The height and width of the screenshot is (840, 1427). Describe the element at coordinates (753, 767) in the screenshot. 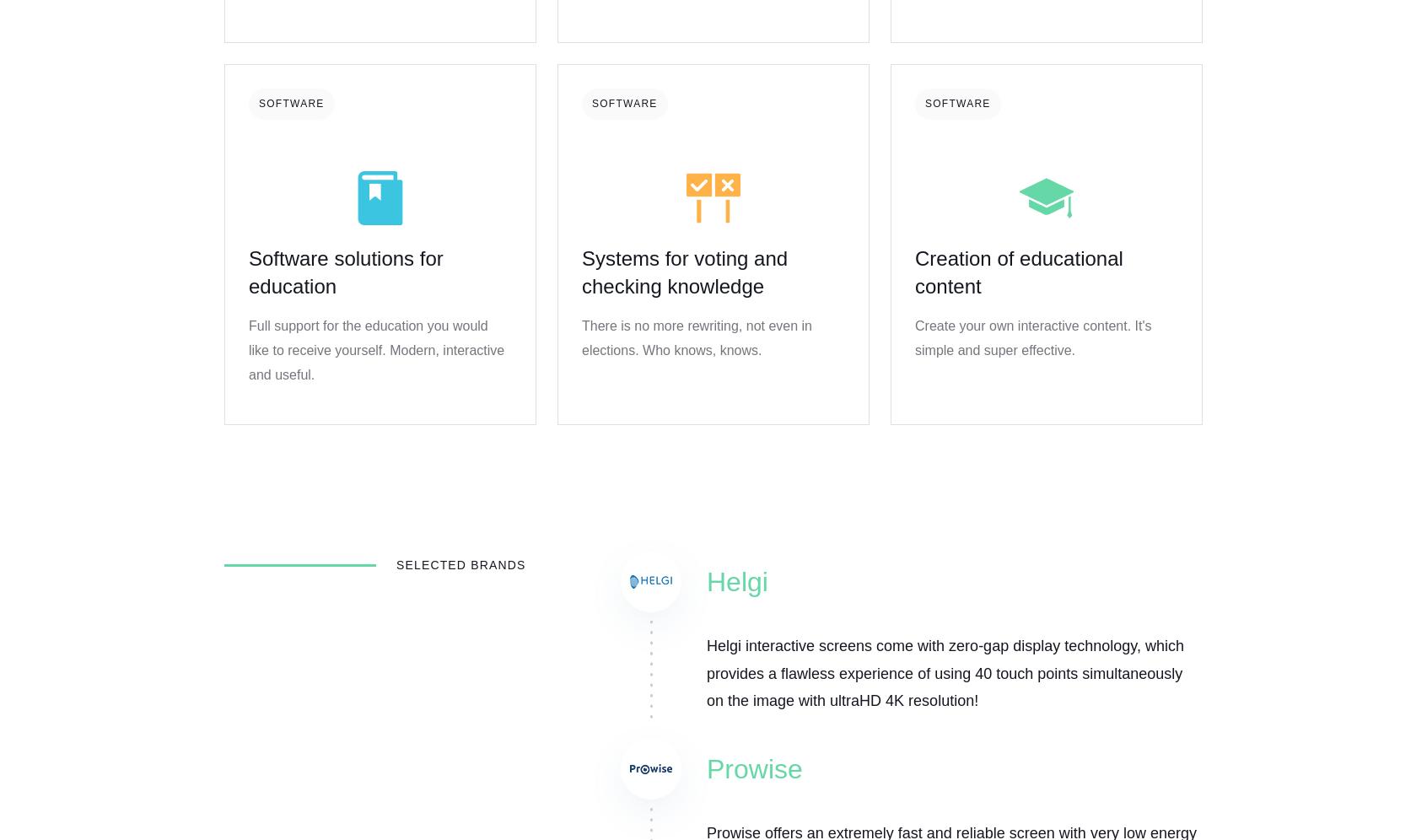

I see `'Prowise'` at that location.